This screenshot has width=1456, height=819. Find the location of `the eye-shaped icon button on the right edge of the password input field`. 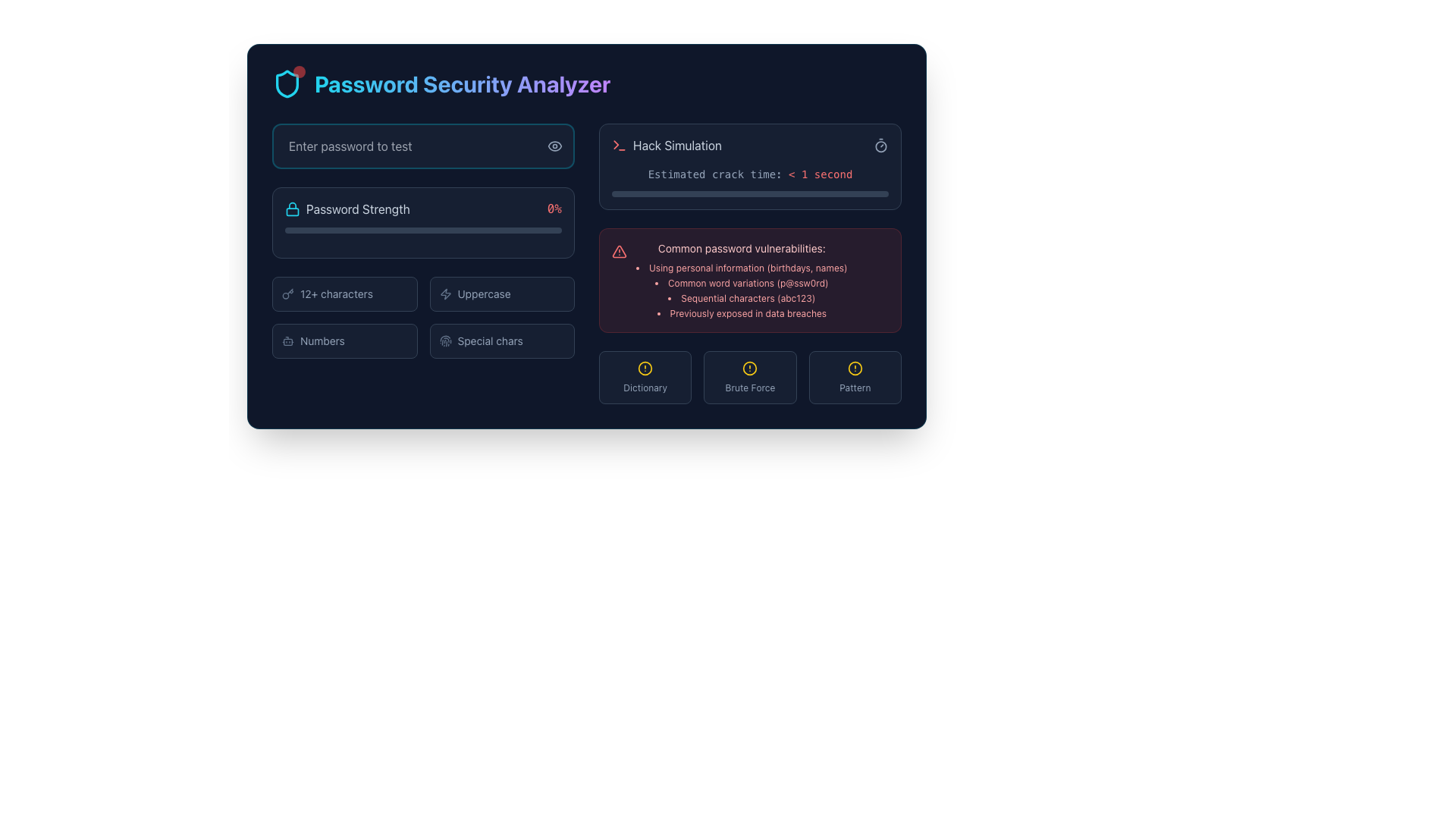

the eye-shaped icon button on the right edge of the password input field is located at coordinates (554, 146).